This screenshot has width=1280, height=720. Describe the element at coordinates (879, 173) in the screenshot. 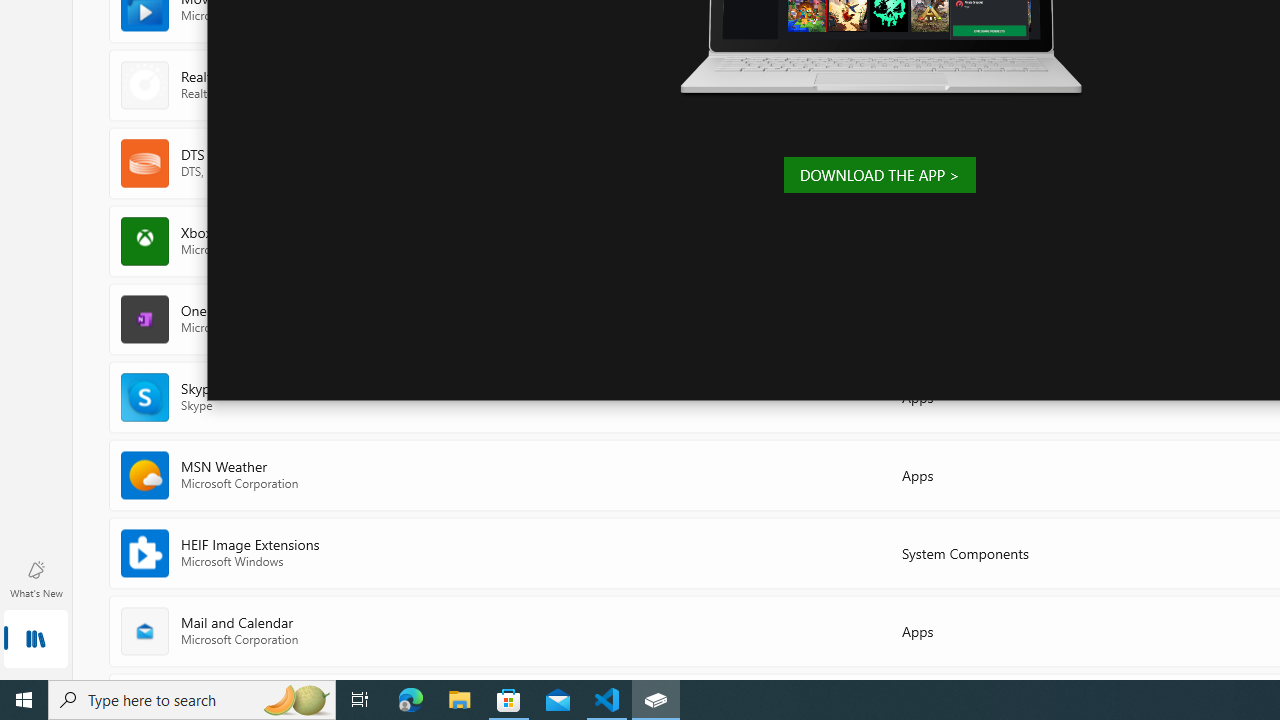

I see `'DOWNLOAD THE APP >'` at that location.